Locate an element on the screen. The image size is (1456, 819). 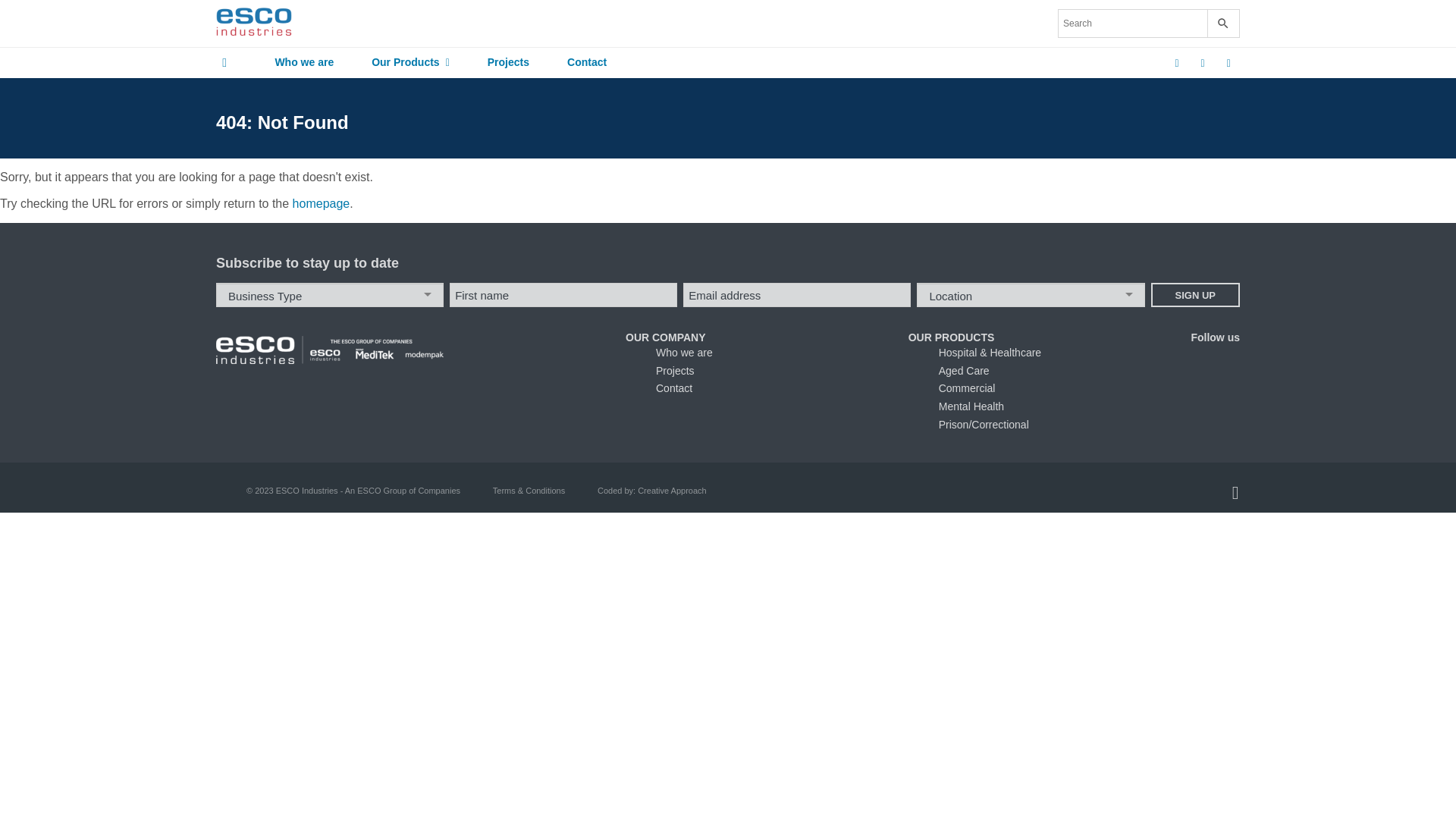
'Our Products' is located at coordinates (410, 62).